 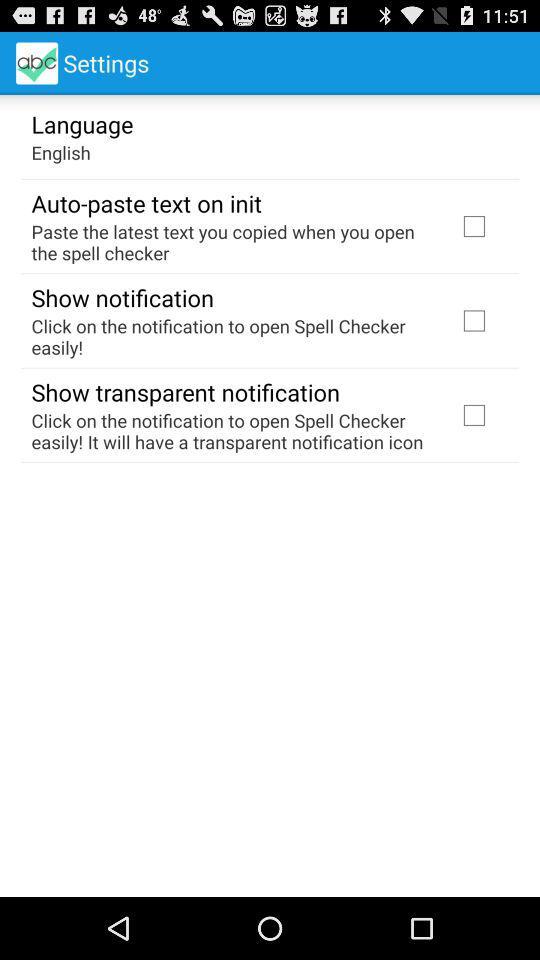 What do you see at coordinates (230, 241) in the screenshot?
I see `icon above the show notification` at bounding box center [230, 241].